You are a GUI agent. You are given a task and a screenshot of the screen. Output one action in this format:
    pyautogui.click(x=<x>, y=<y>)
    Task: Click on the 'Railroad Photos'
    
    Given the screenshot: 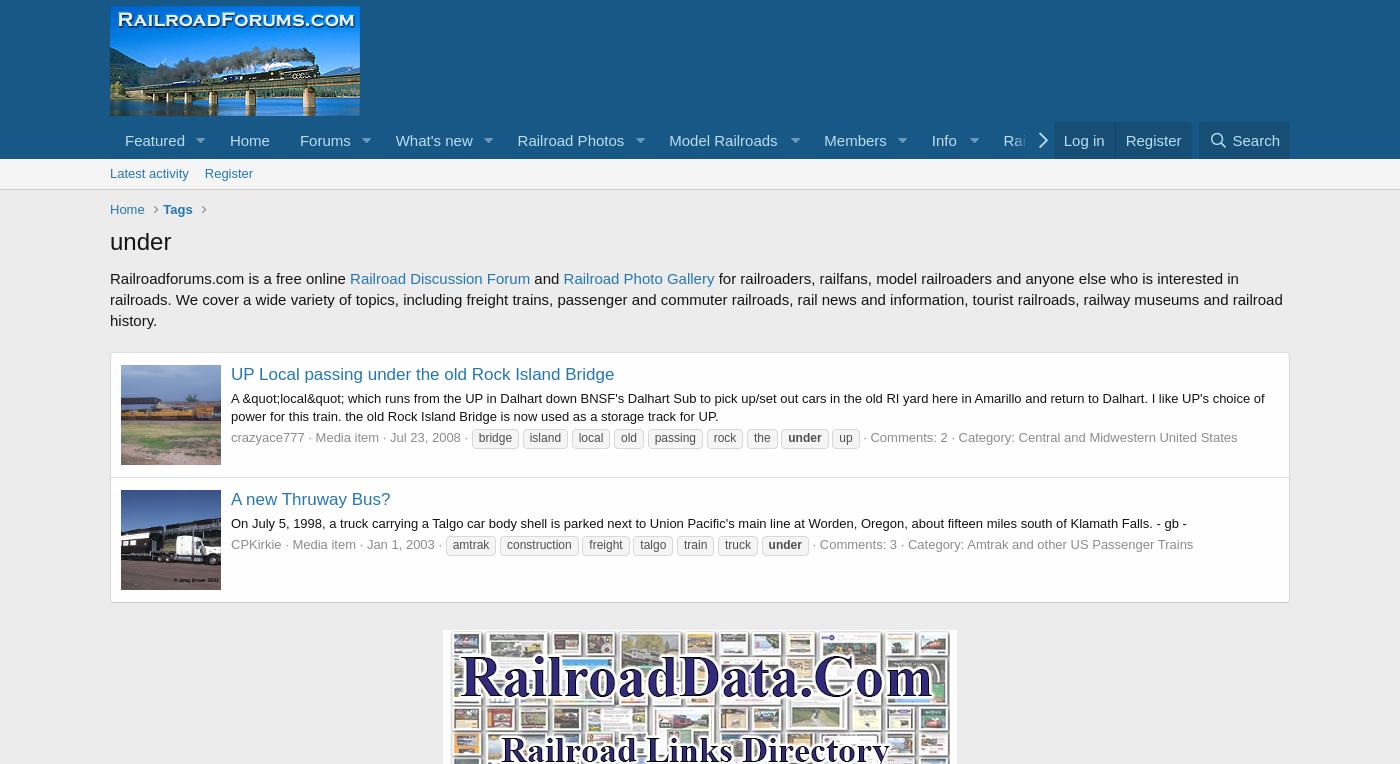 What is the action you would take?
    pyautogui.click(x=570, y=139)
    